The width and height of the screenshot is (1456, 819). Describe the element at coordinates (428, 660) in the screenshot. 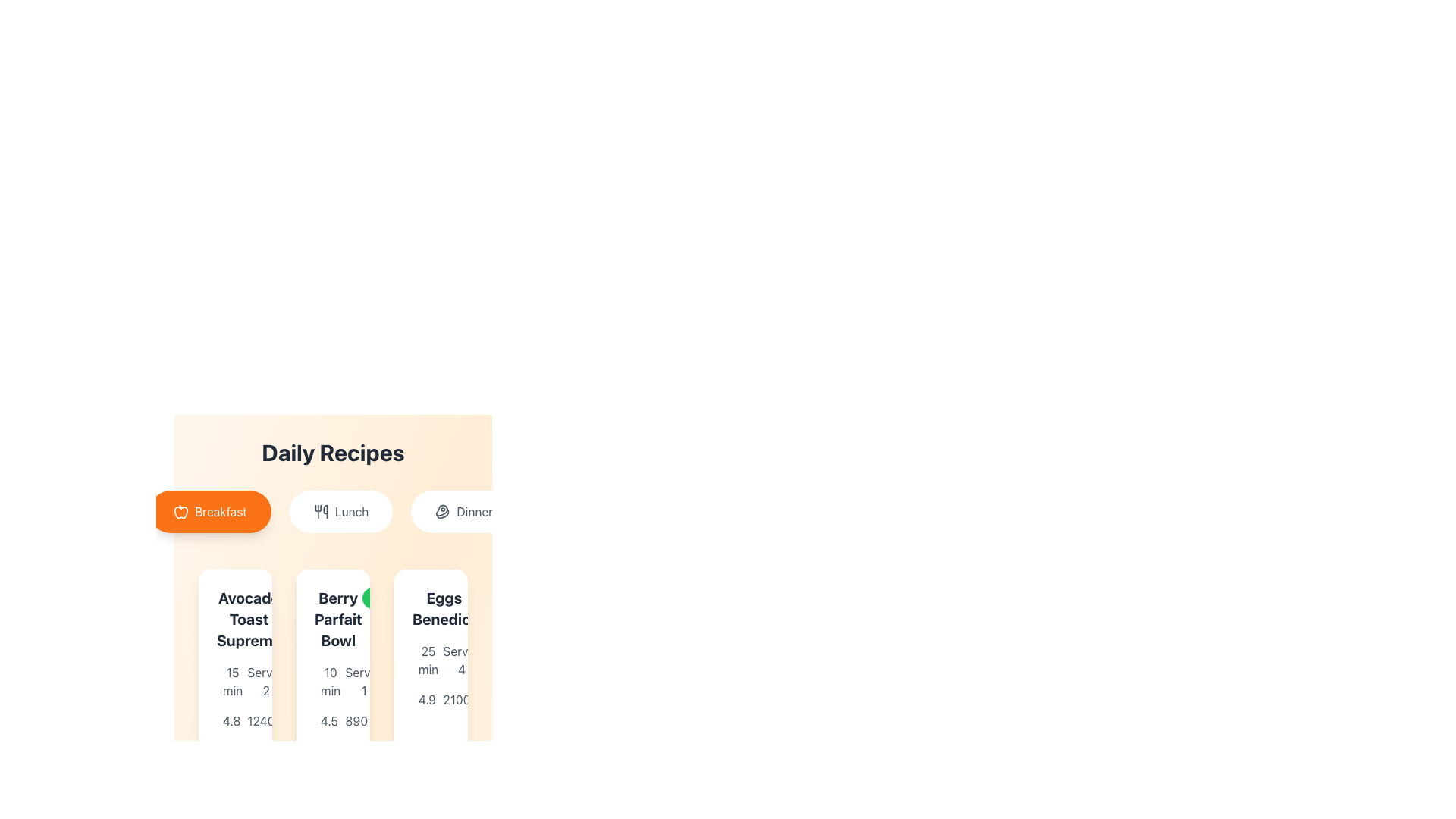

I see `the informative text label displaying the preparation time for the recipe 'Eggs Benedict', located in the third card of the horizontal list` at that location.